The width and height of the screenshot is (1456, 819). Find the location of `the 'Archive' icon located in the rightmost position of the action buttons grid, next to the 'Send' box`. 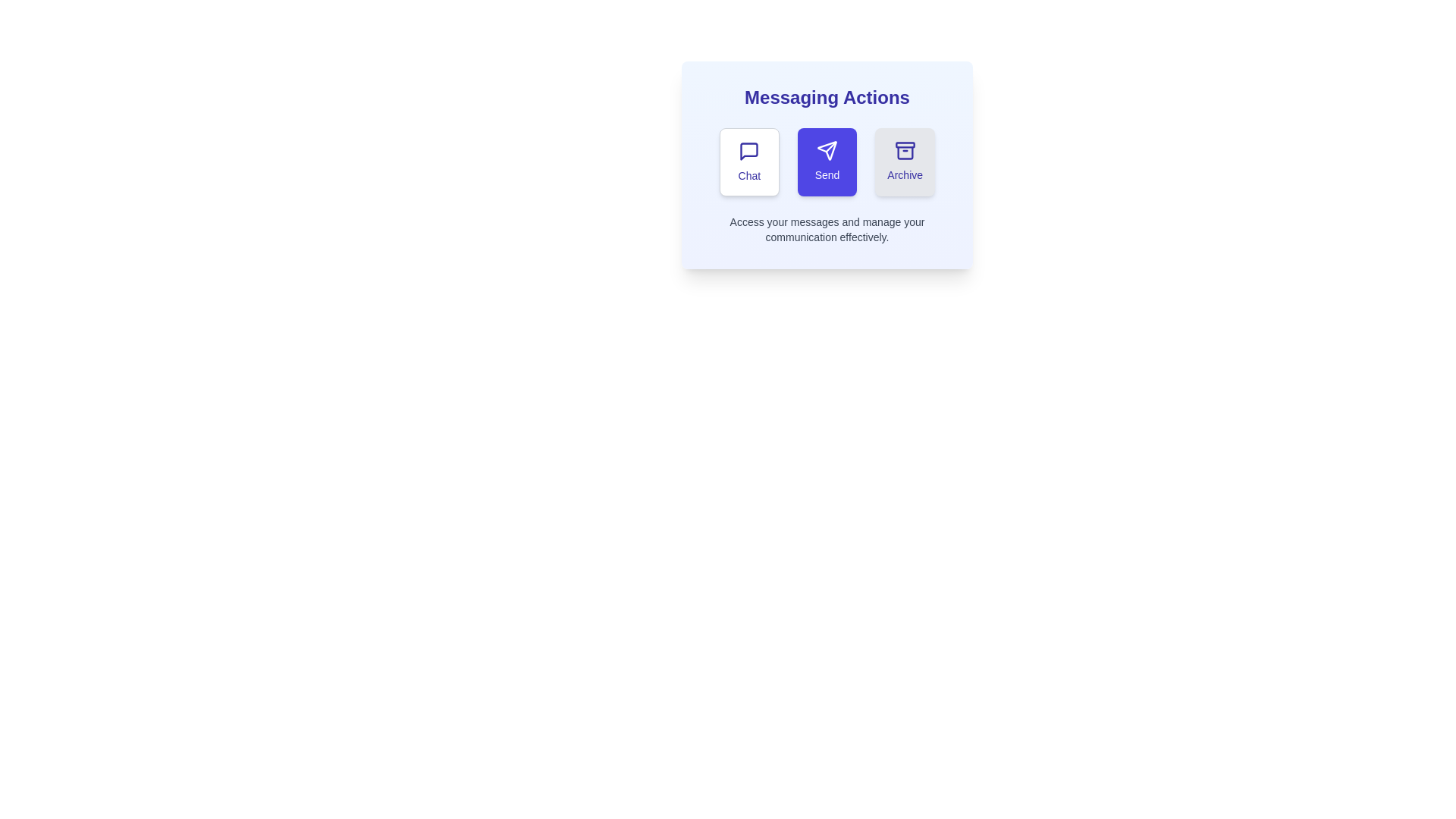

the 'Archive' icon located in the rightmost position of the action buttons grid, next to the 'Send' box is located at coordinates (905, 151).